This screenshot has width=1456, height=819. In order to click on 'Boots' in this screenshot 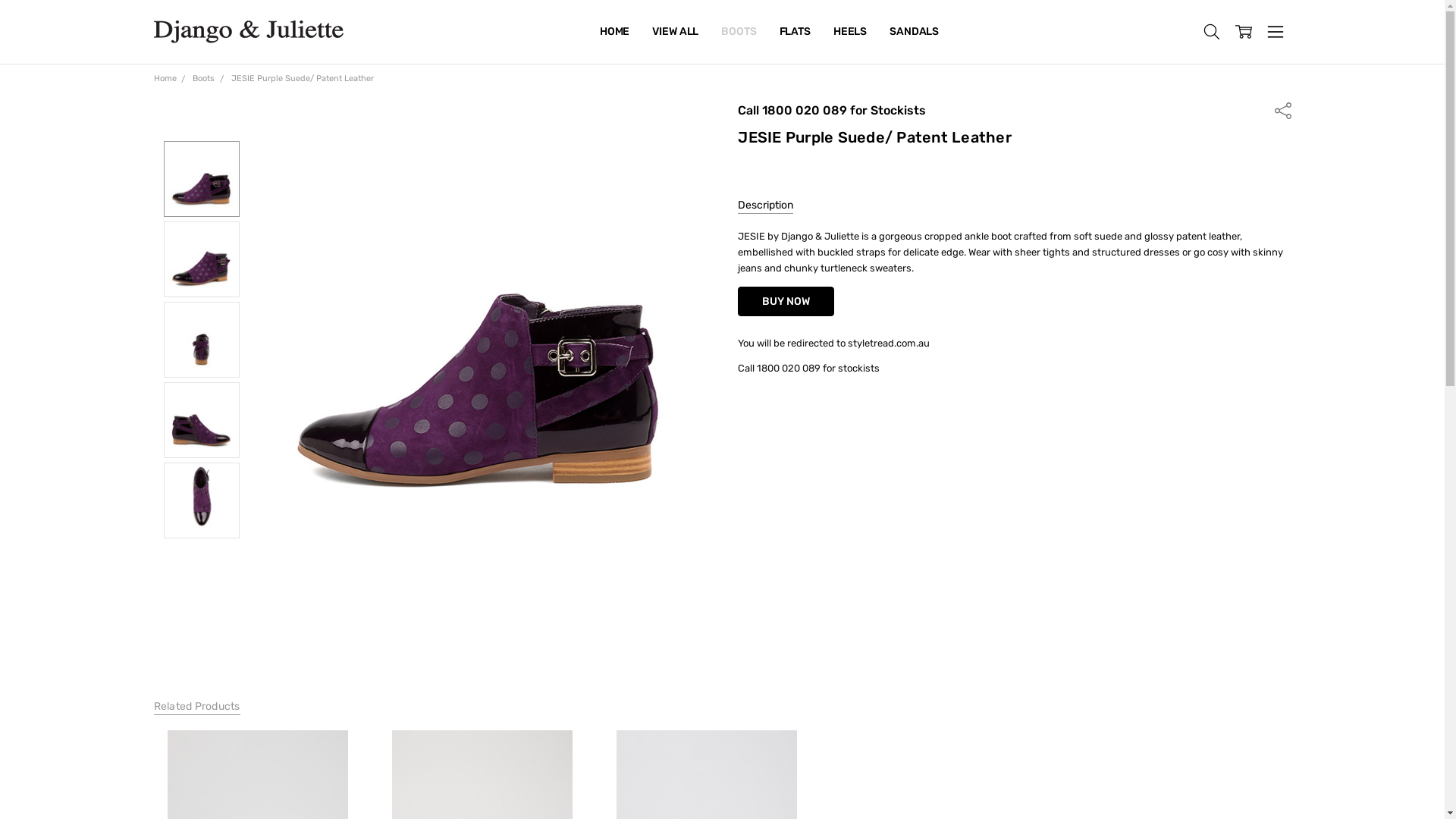, I will do `click(202, 78)`.